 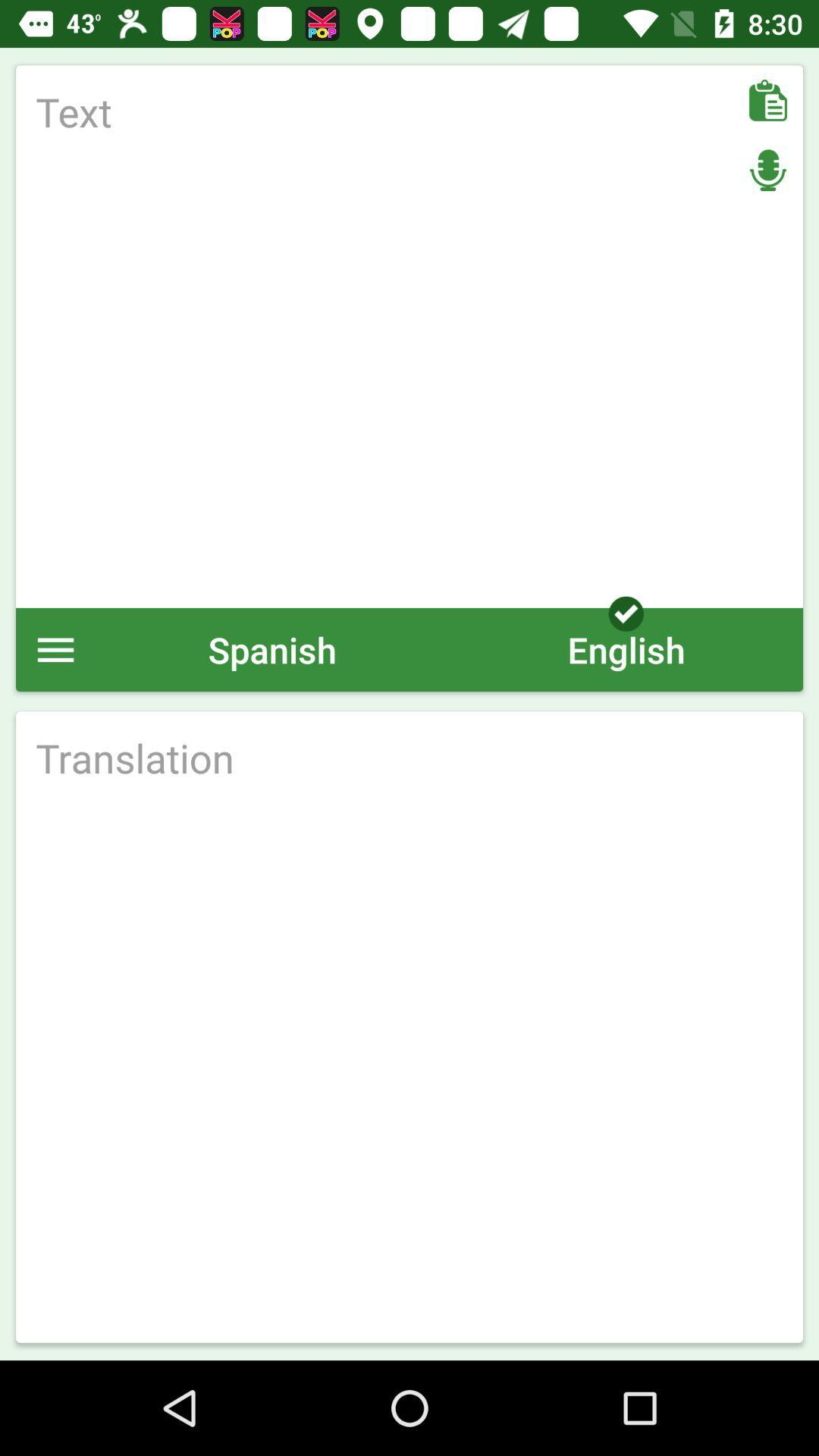 I want to click on input text to translate, so click(x=409, y=336).